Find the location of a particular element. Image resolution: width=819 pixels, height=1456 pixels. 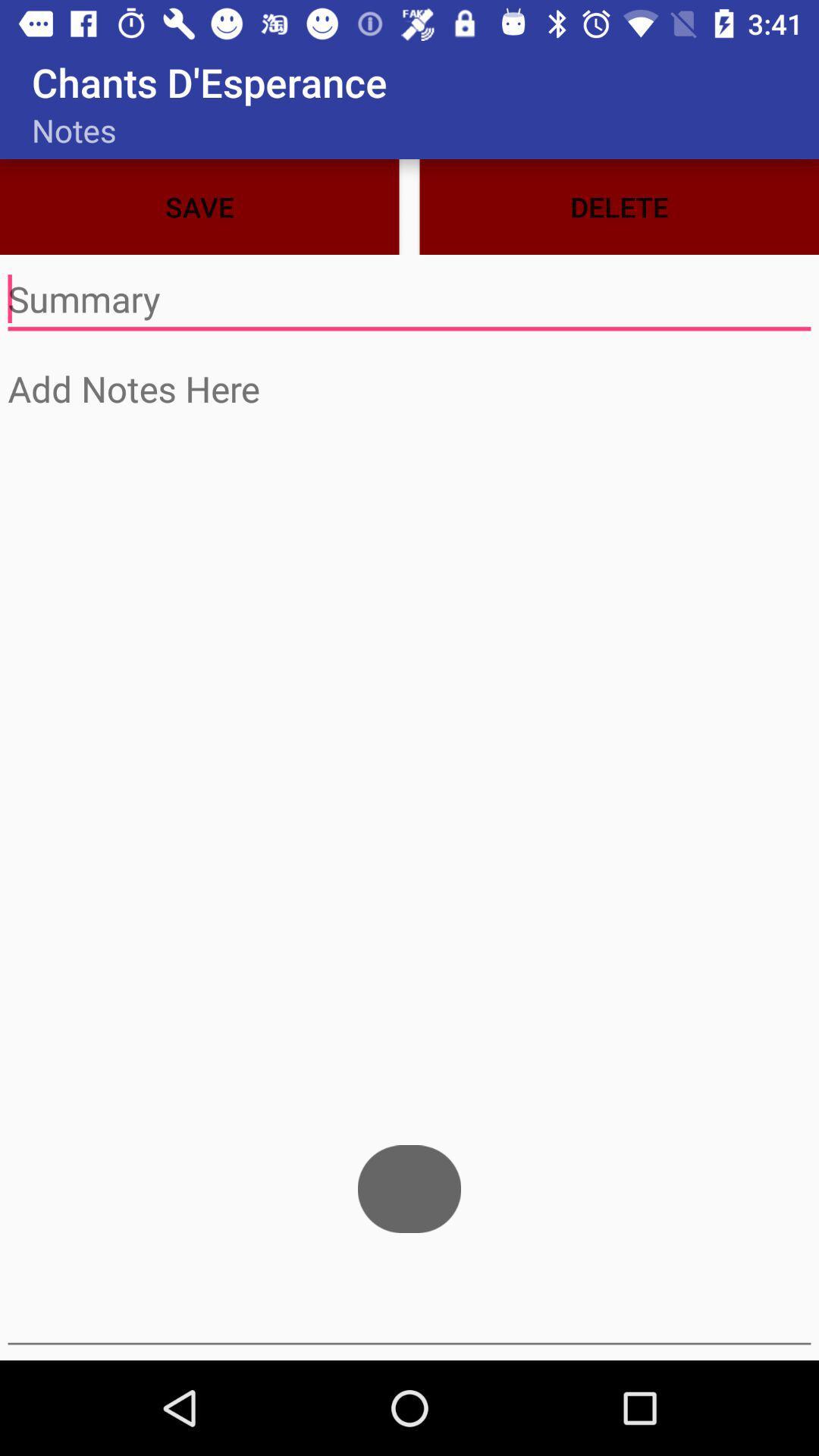

save is located at coordinates (409, 300).